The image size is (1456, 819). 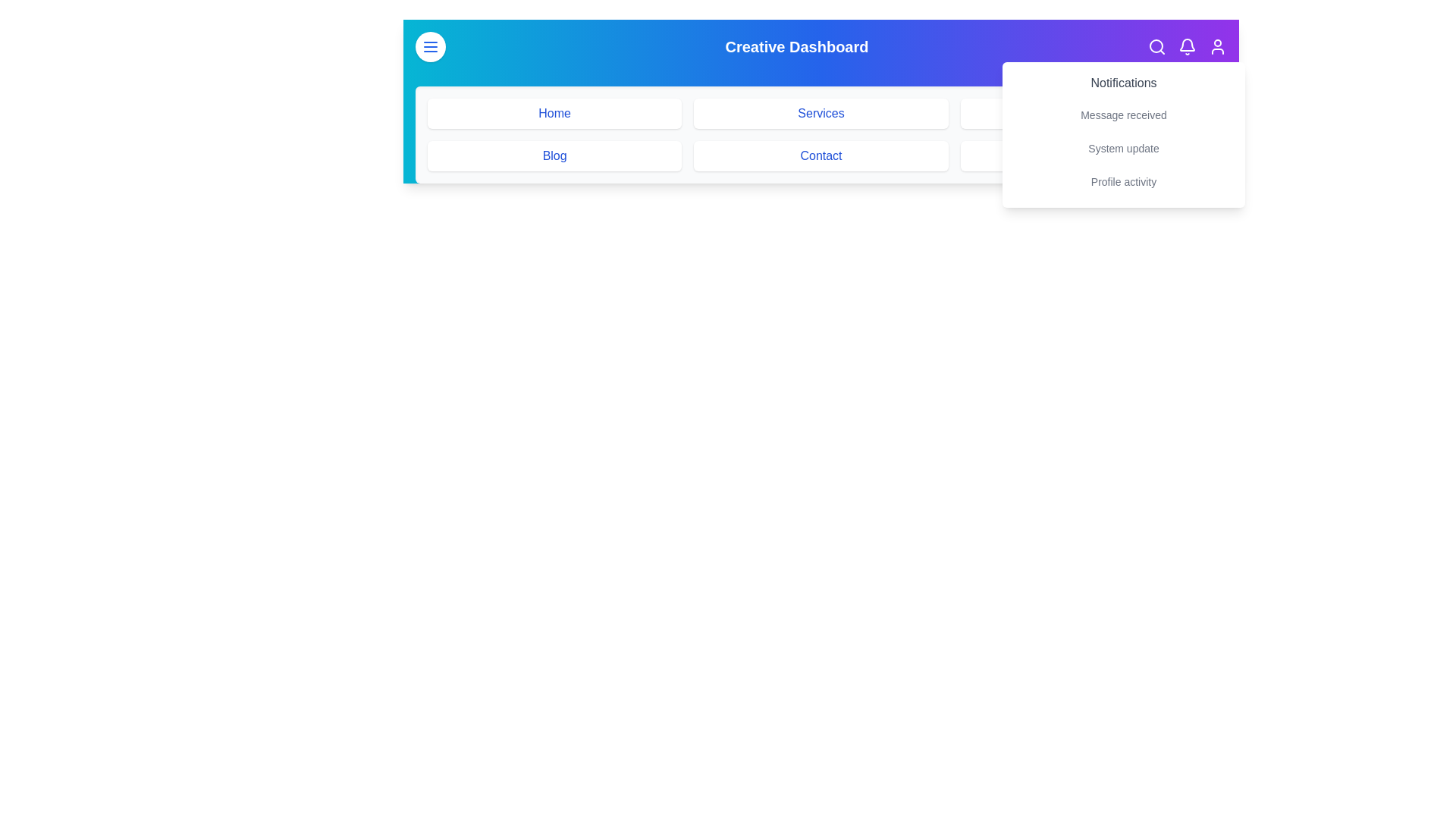 What do you see at coordinates (553, 113) in the screenshot?
I see `the menu item labeled 'Home' to highlight it` at bounding box center [553, 113].